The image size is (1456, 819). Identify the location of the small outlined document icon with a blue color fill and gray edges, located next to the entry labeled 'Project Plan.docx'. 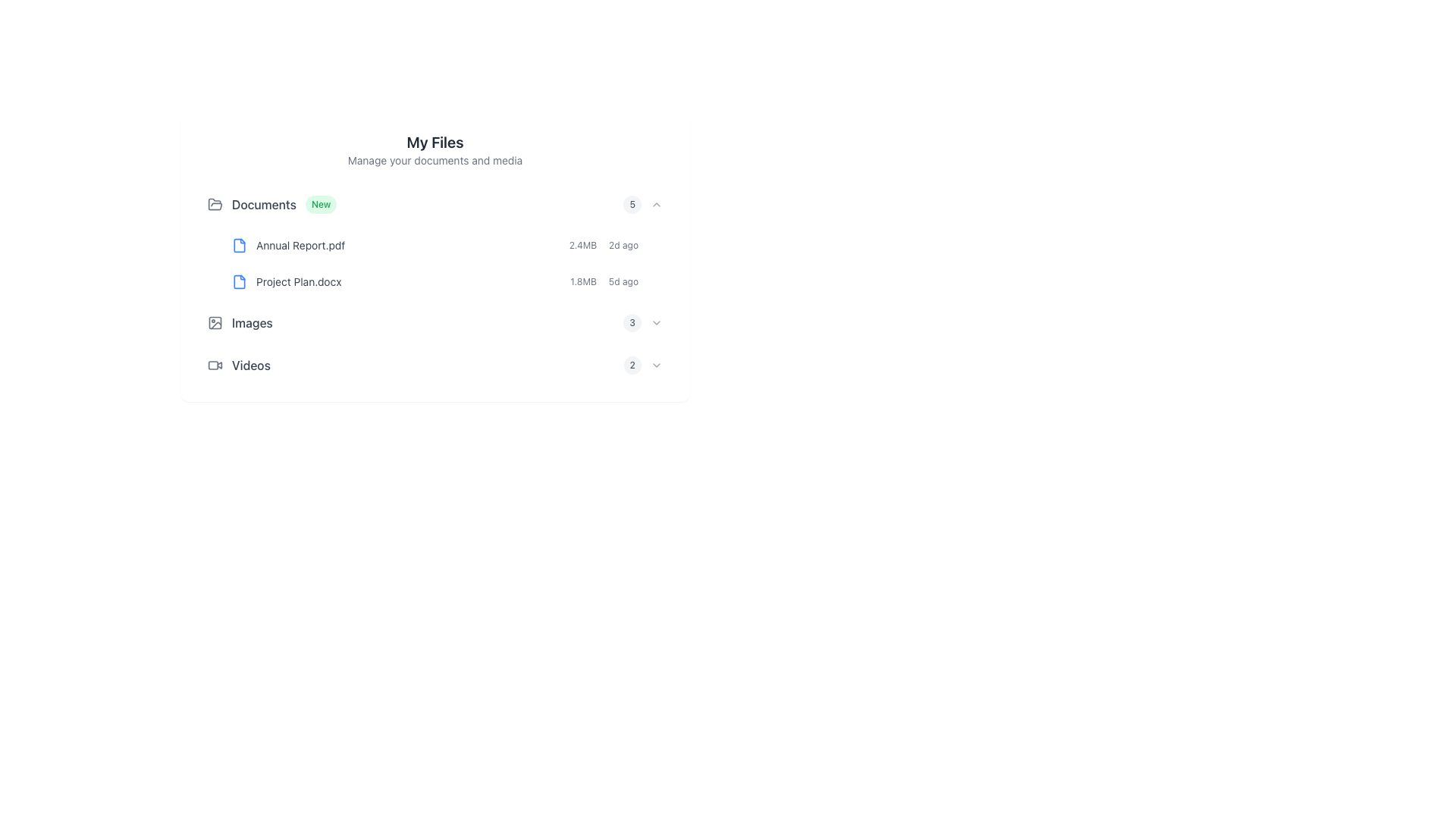
(239, 281).